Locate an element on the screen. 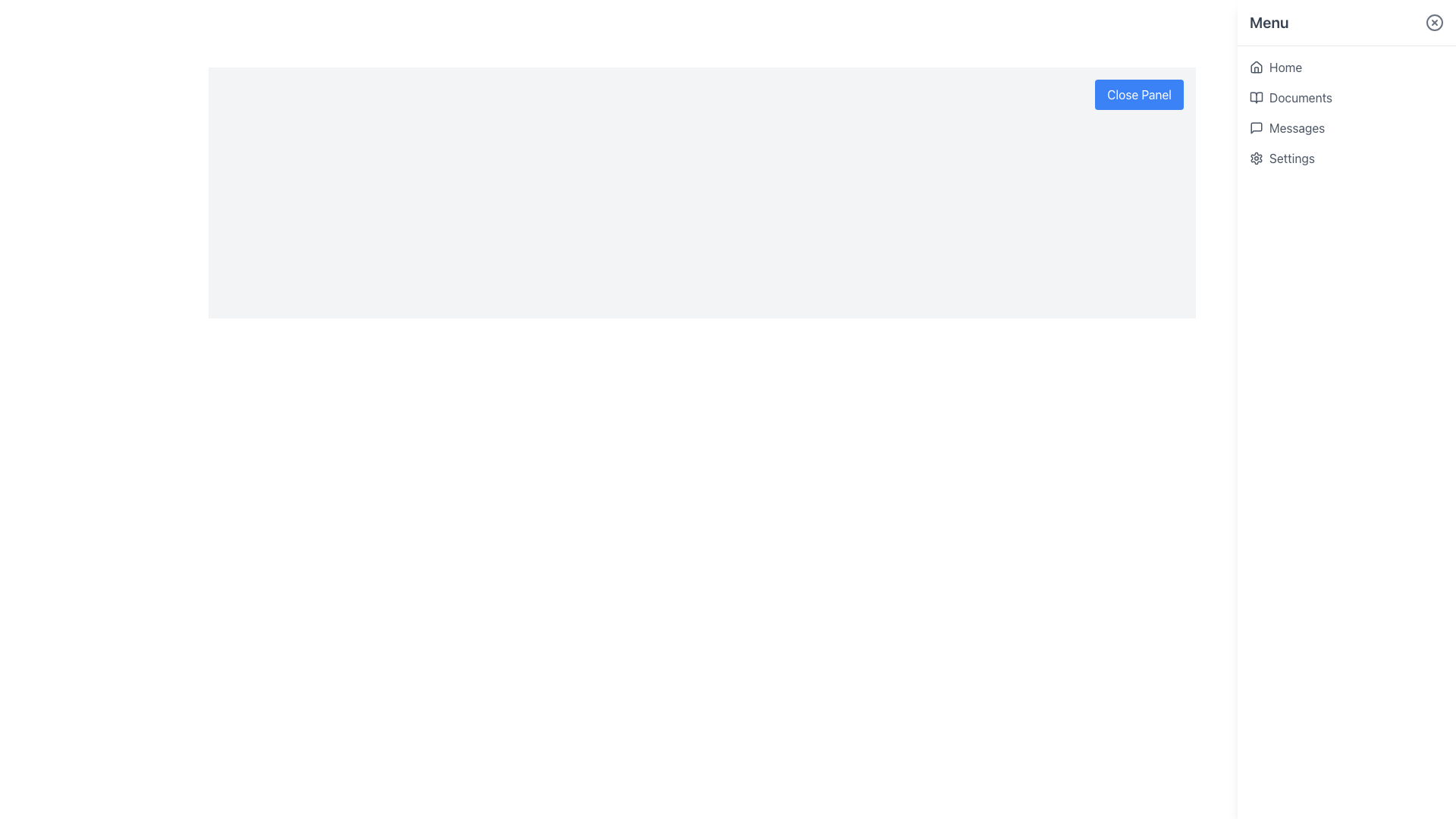 This screenshot has height=819, width=1456. the close button located at the top-right corner of the menu panel is located at coordinates (1433, 23).